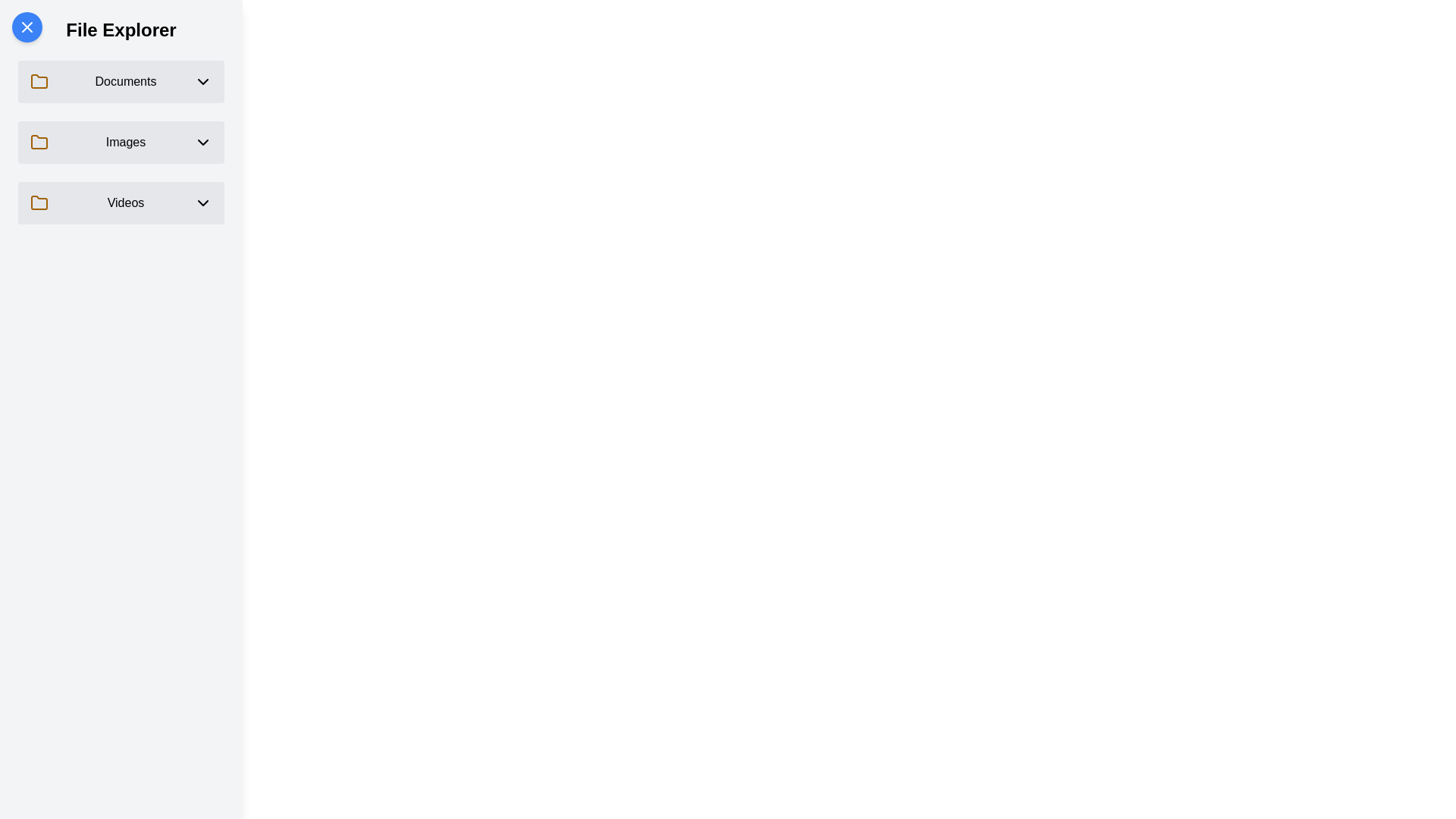 This screenshot has height=819, width=1456. I want to click on the 'Images' label, which is styled with a medium-weight font and positioned between a folder icon and a dropdown indicator within a horizontal structure, so click(126, 143).